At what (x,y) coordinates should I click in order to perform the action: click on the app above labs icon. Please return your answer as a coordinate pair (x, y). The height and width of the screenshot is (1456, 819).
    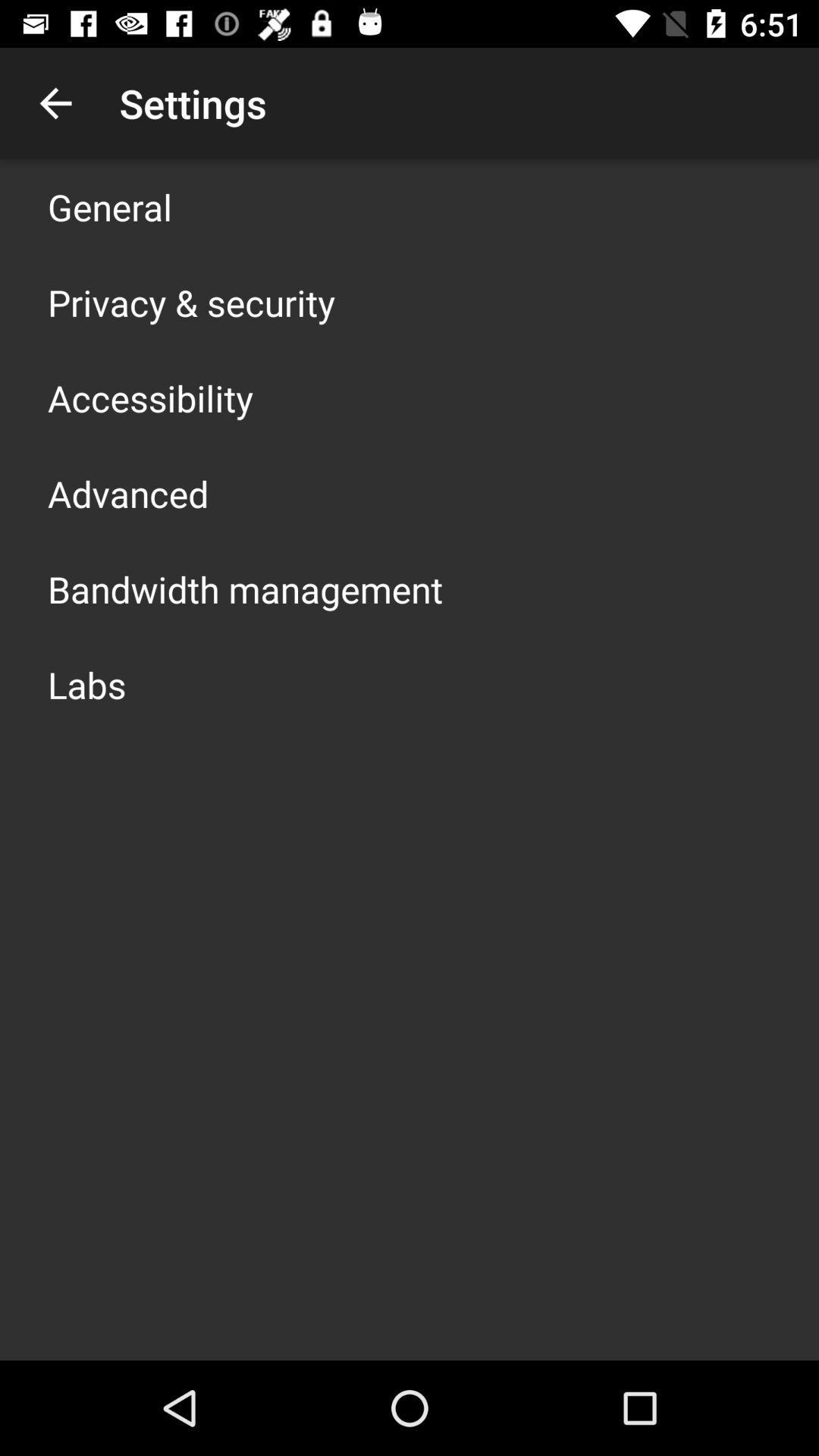
    Looking at the image, I should click on (244, 588).